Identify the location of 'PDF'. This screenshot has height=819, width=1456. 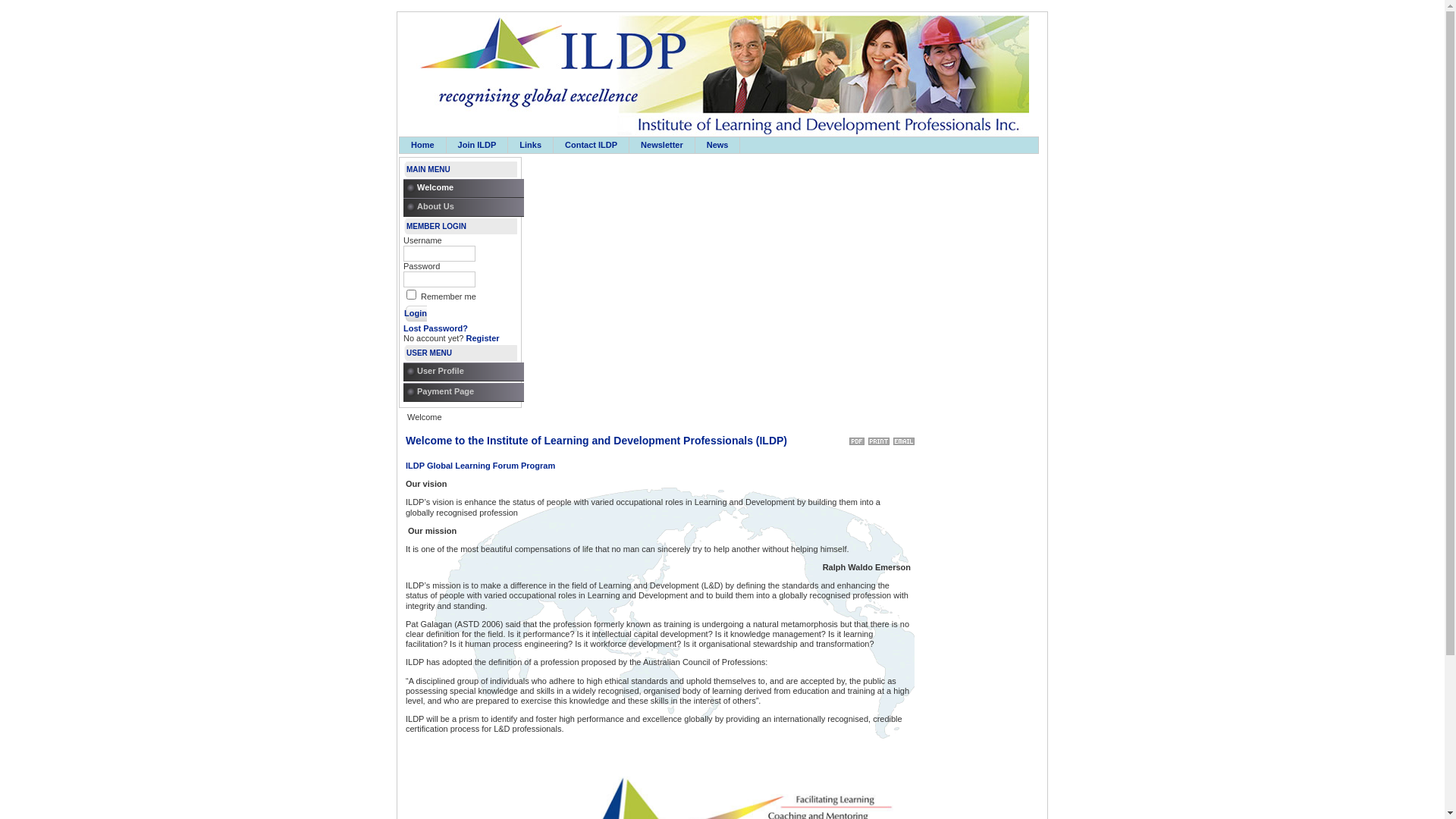
(856, 438).